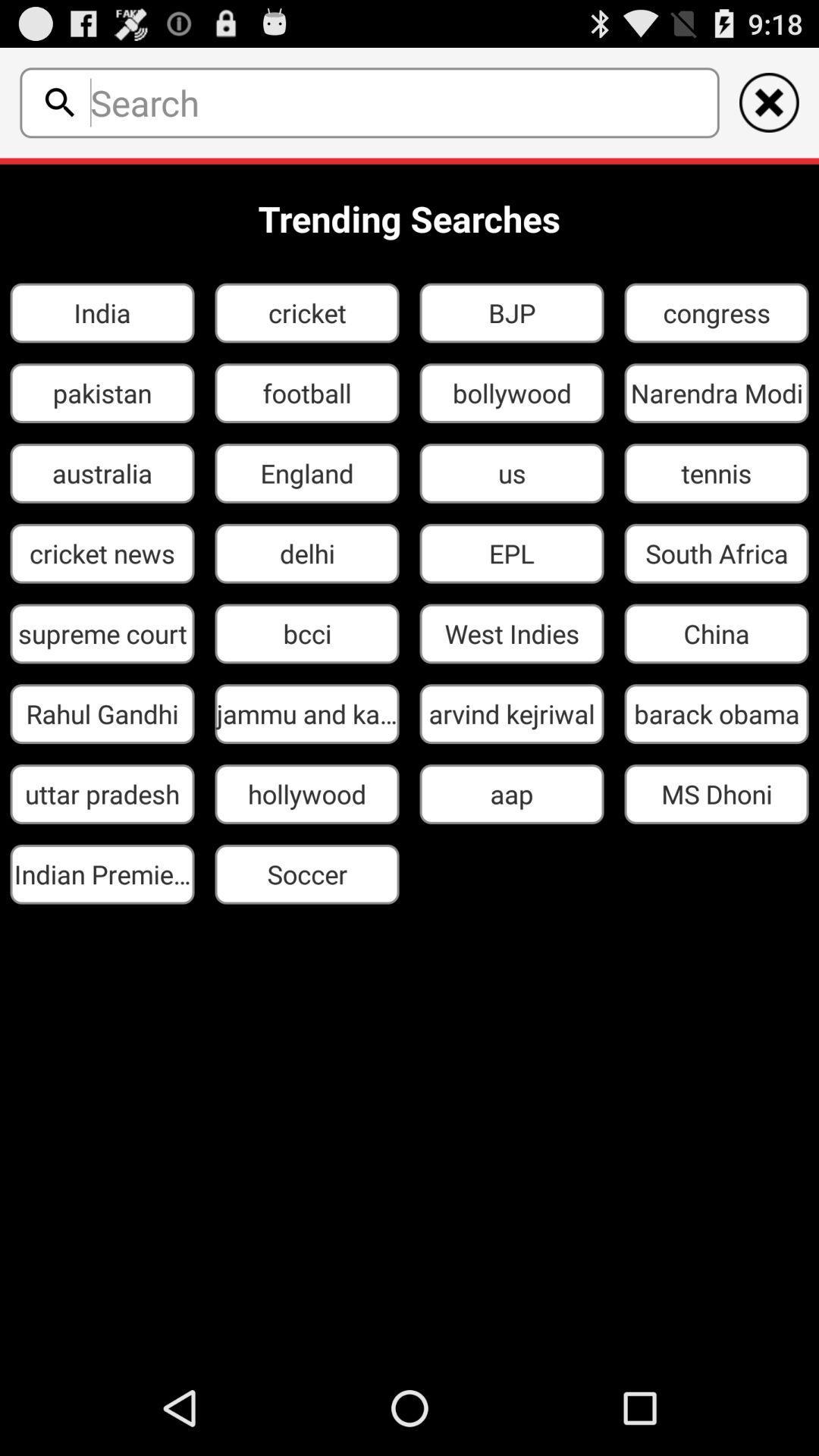 The width and height of the screenshot is (819, 1456). What do you see at coordinates (399, 102) in the screenshot?
I see `search window` at bounding box center [399, 102].